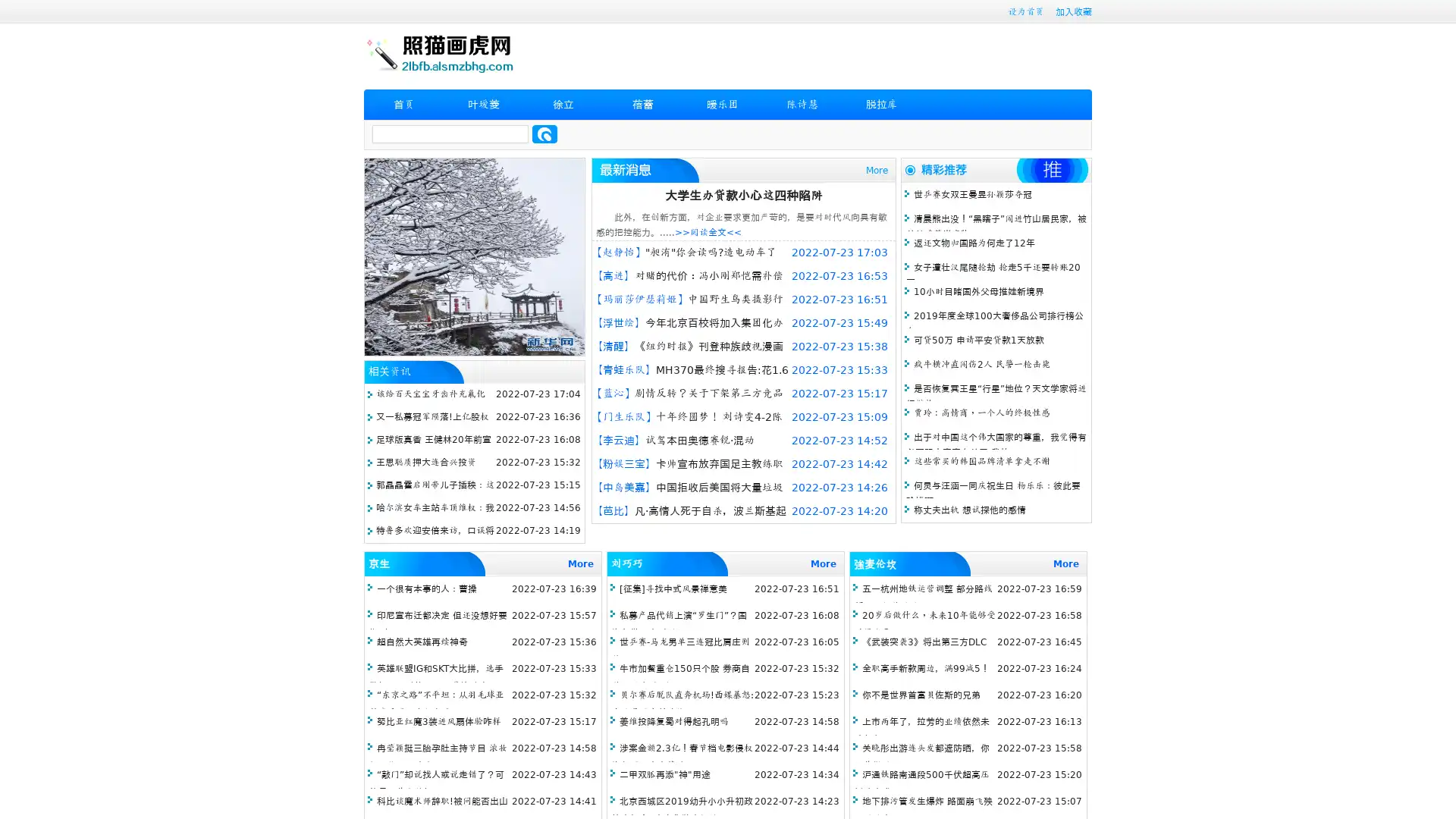 Image resolution: width=1456 pixels, height=819 pixels. What do you see at coordinates (544, 133) in the screenshot?
I see `Search` at bounding box center [544, 133].